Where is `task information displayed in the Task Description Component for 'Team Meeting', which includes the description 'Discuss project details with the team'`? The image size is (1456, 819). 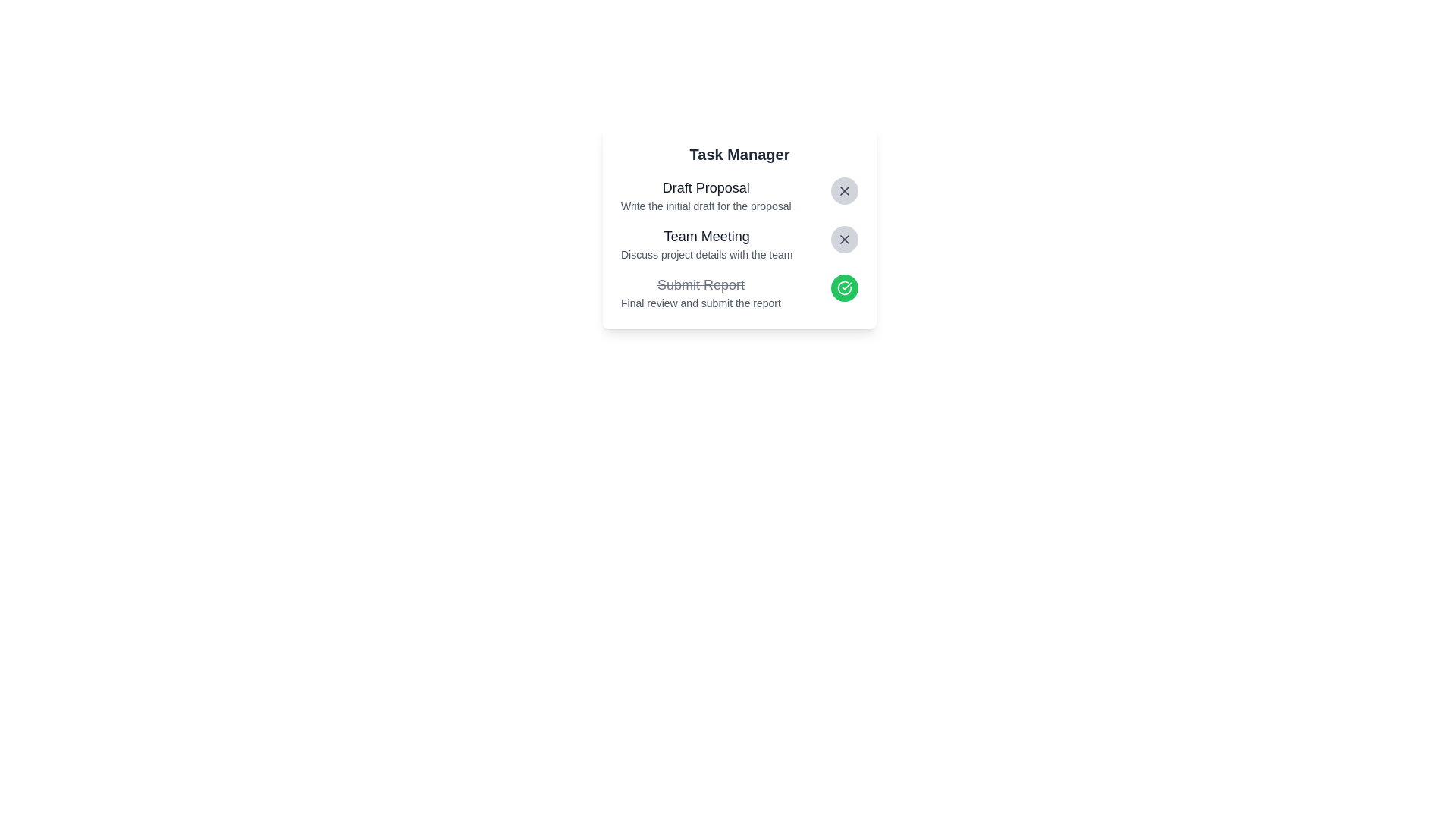
task information displayed in the Task Description Component for 'Team Meeting', which includes the description 'Discuss project details with the team' is located at coordinates (739, 227).